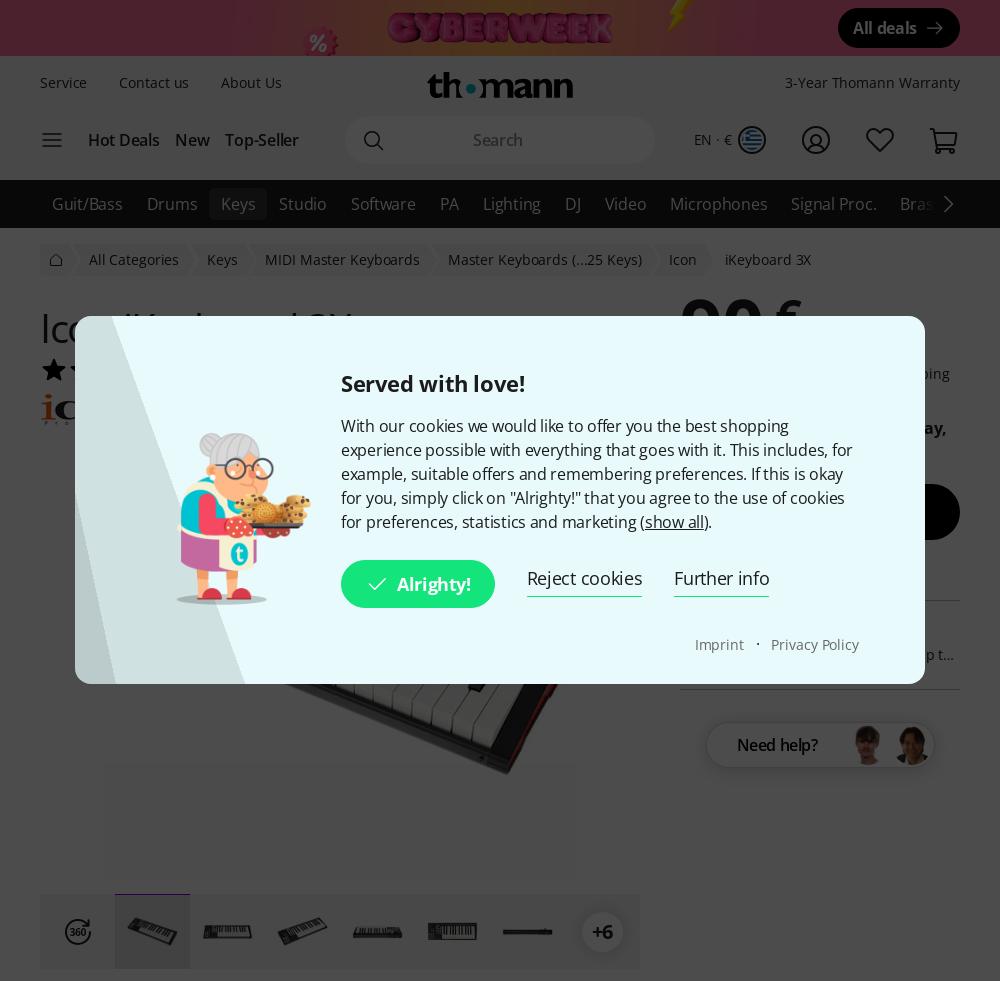 The image size is (1000, 981). Describe the element at coordinates (432, 381) in the screenshot. I see `'Served with love!'` at that location.